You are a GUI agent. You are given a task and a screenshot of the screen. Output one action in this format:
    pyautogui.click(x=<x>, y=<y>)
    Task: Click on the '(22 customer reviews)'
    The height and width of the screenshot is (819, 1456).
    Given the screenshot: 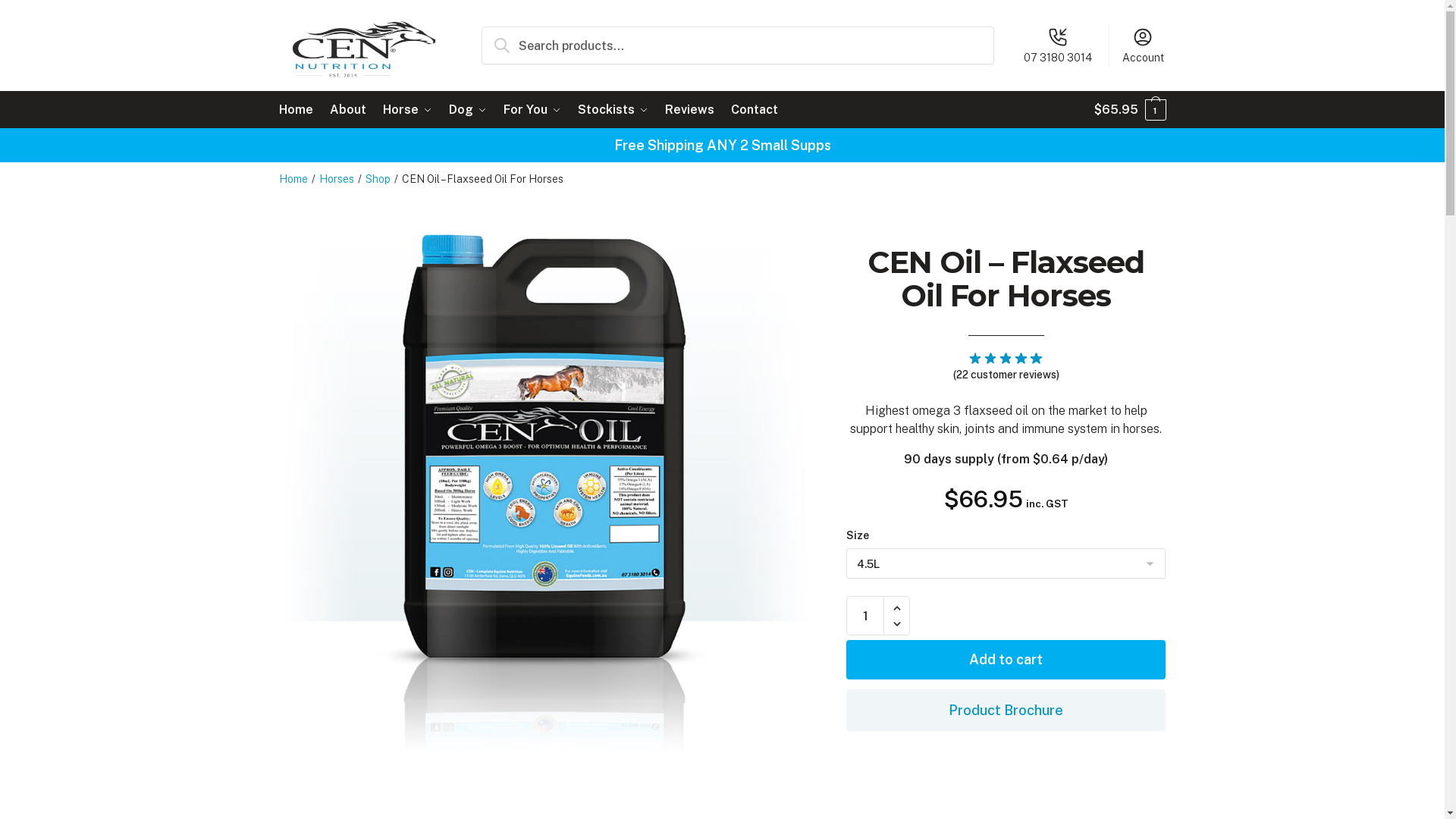 What is the action you would take?
    pyautogui.click(x=1006, y=374)
    